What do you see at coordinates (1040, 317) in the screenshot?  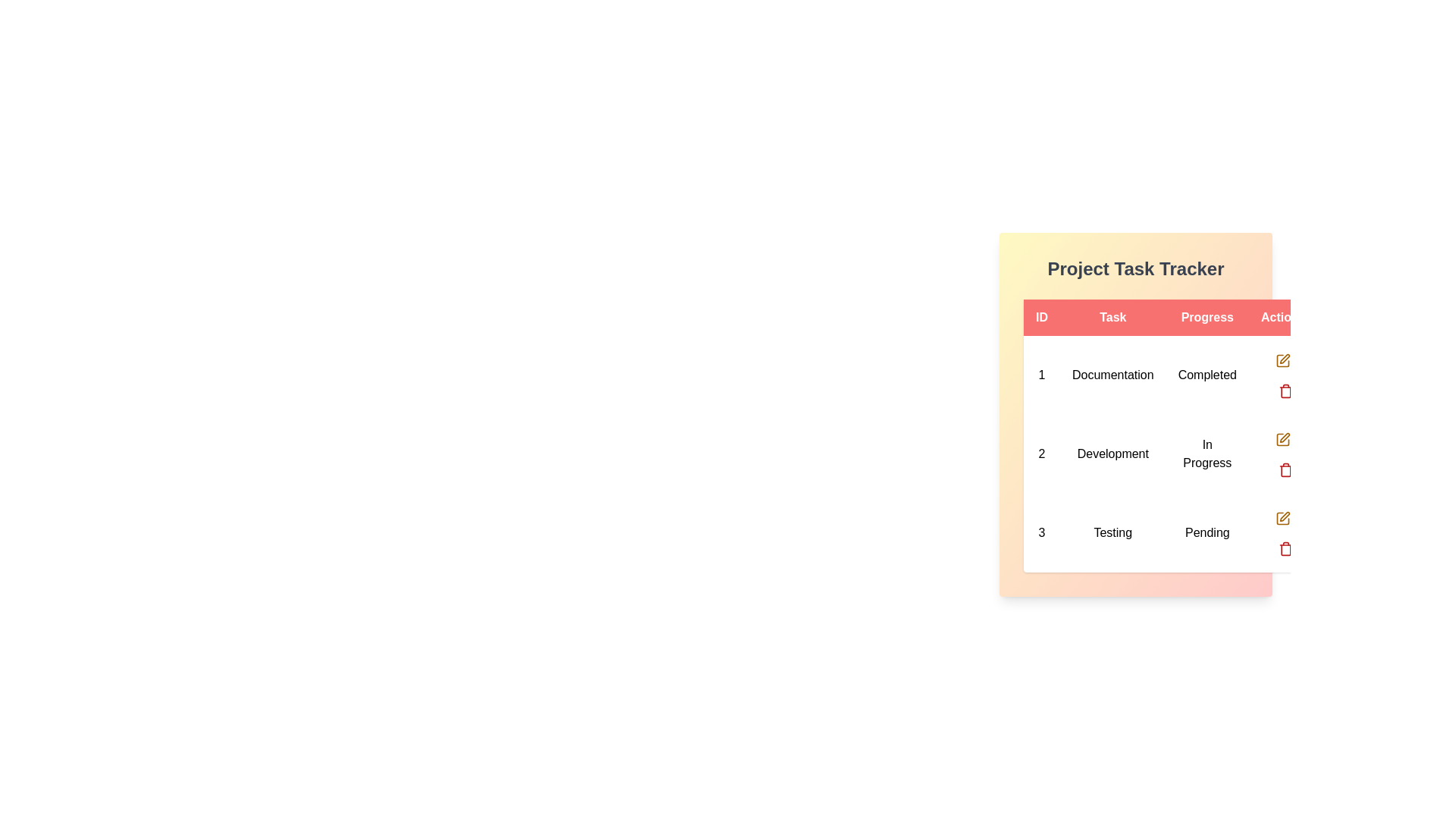 I see `the column header ID to inspect it` at bounding box center [1040, 317].